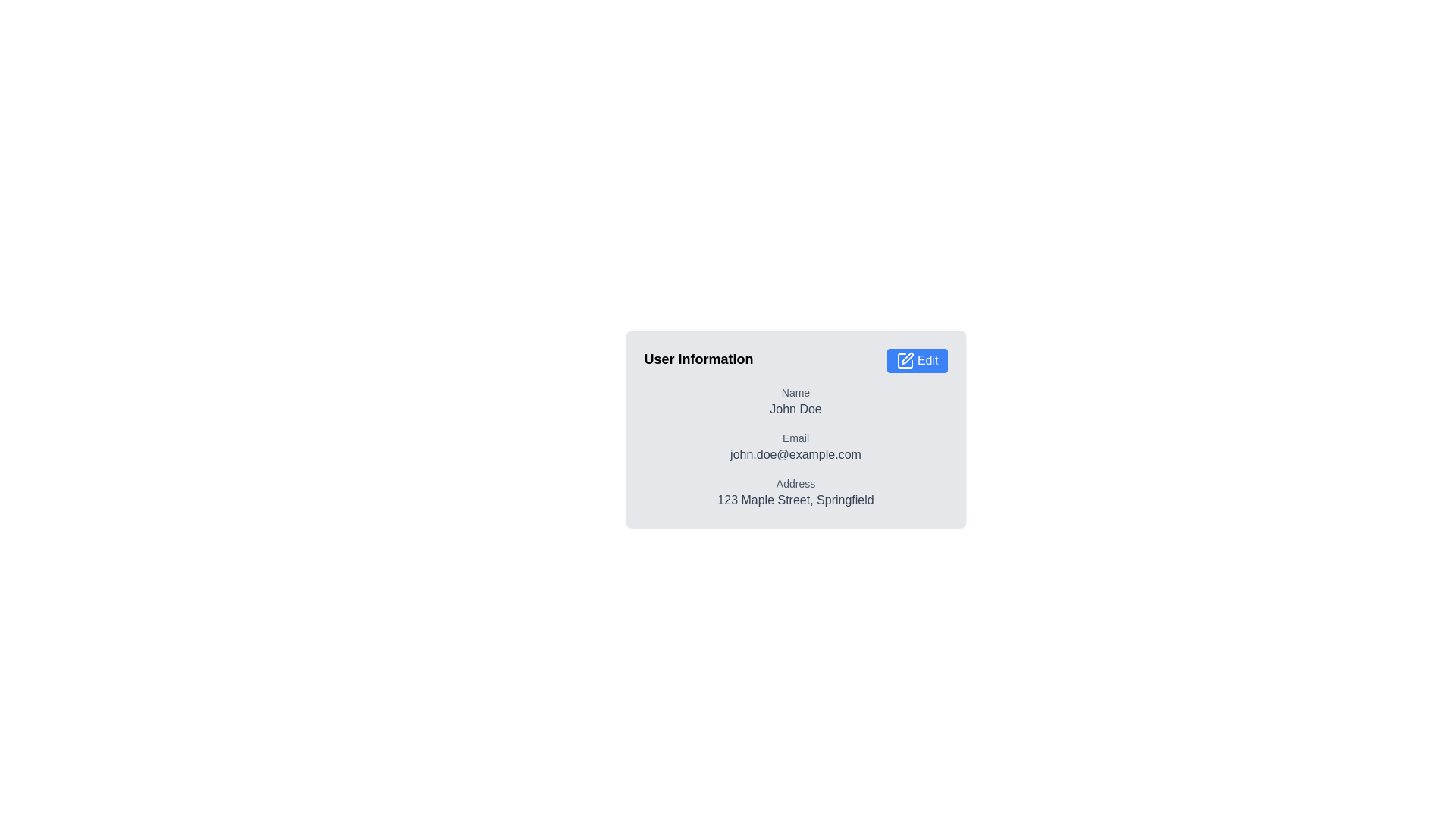 This screenshot has width=1456, height=819. Describe the element at coordinates (795, 391) in the screenshot. I see `the label indicating the user's name, which is located above the text 'John Doe'` at that location.